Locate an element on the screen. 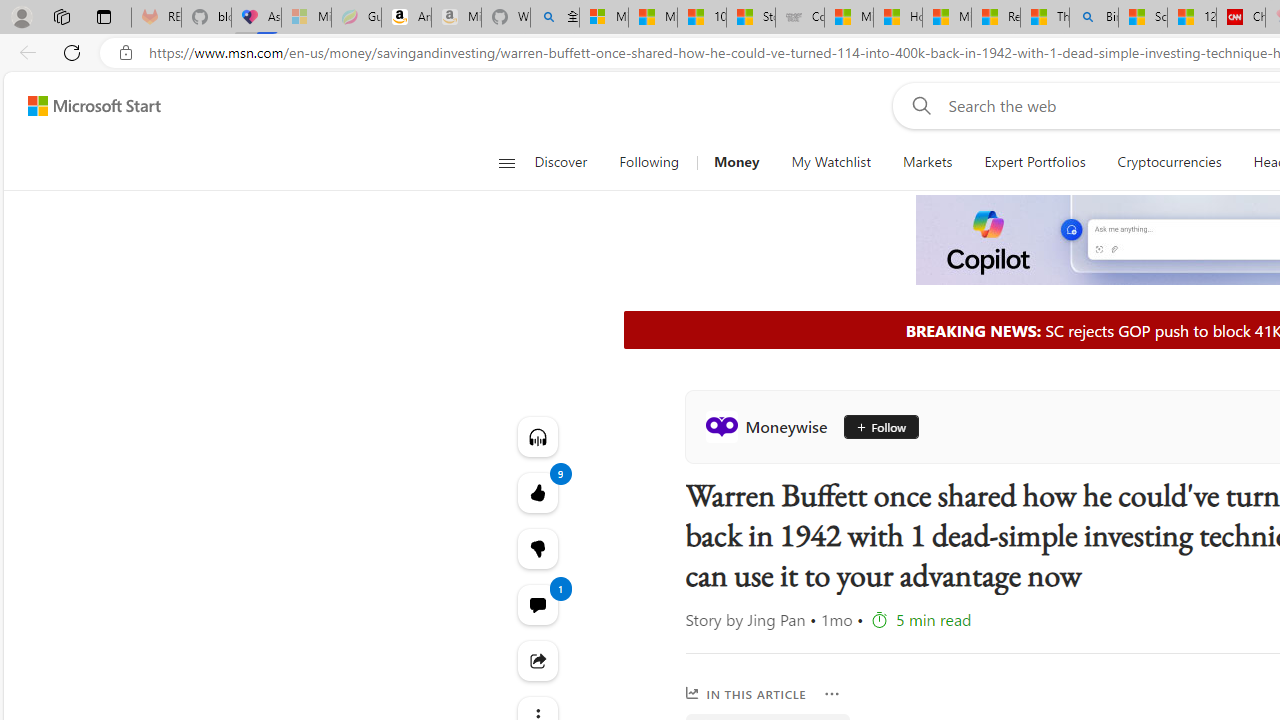 The height and width of the screenshot is (720, 1280). 'How I Got Rid of Microsoft Edge' is located at coordinates (896, 17).